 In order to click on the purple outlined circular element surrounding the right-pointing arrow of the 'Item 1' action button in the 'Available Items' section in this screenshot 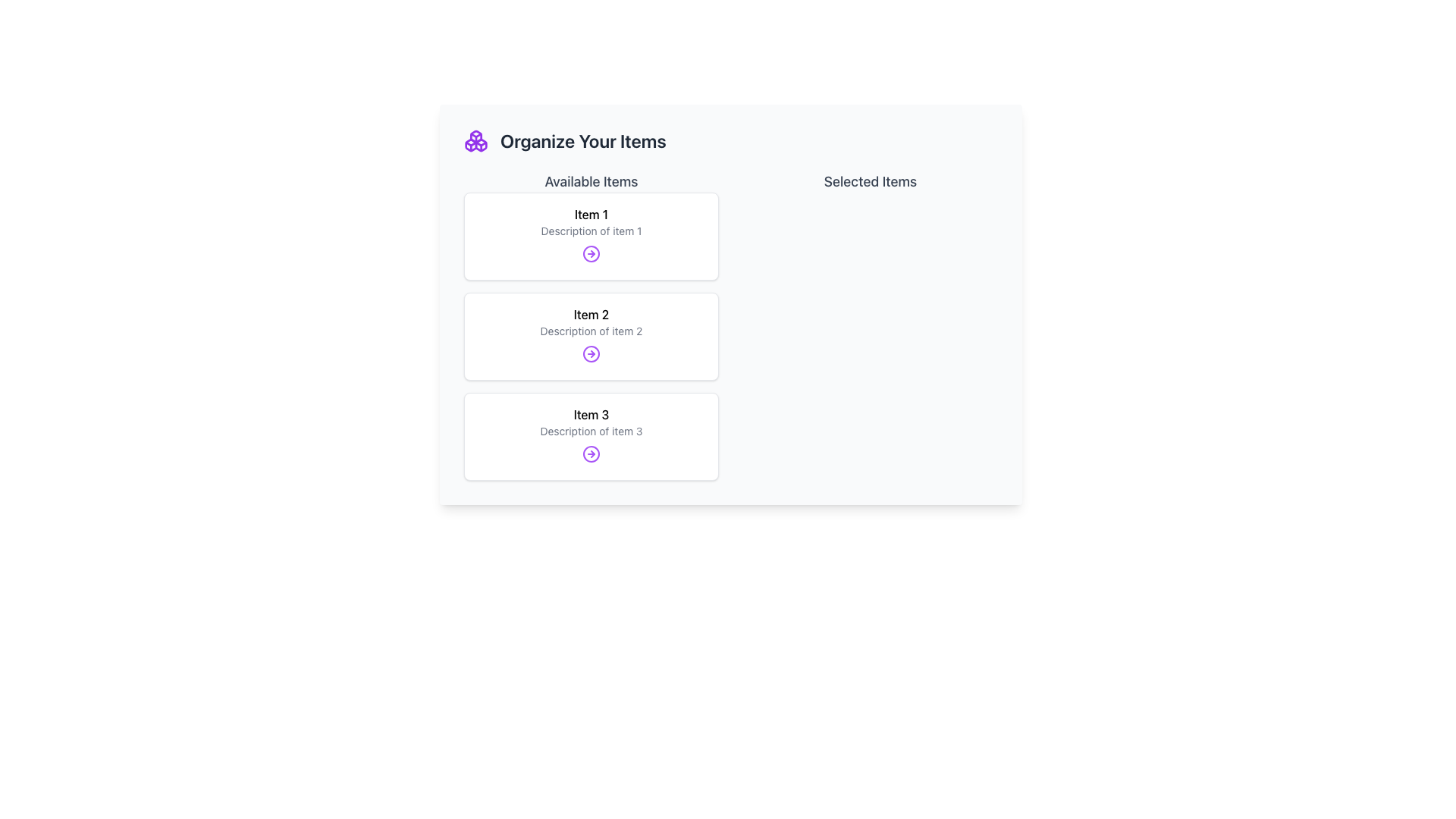, I will do `click(590, 253)`.